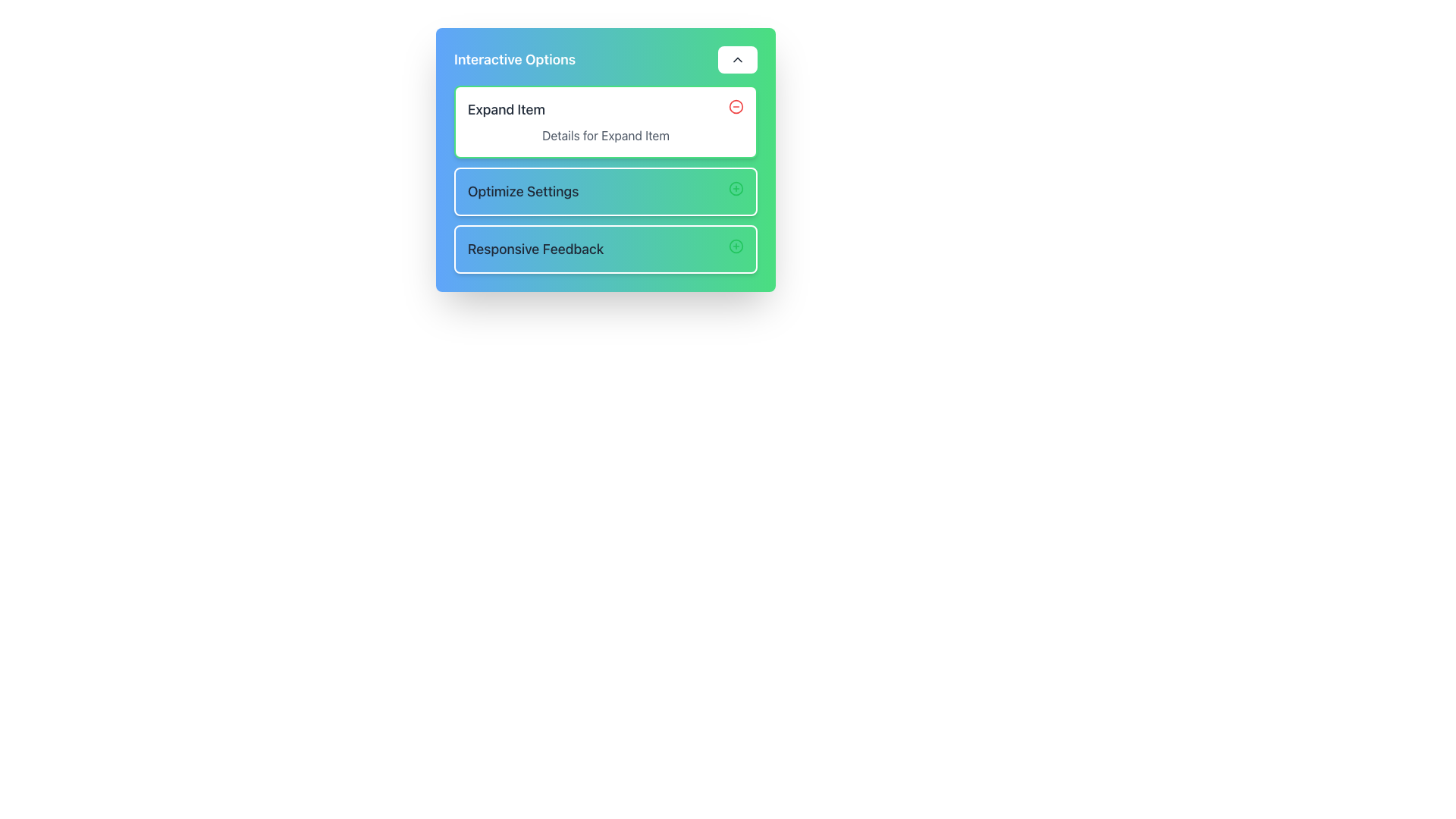  What do you see at coordinates (535, 248) in the screenshot?
I see `text label located in the third row, positioned to the left of the addition icon and below the 'Optimize Settings' label` at bounding box center [535, 248].